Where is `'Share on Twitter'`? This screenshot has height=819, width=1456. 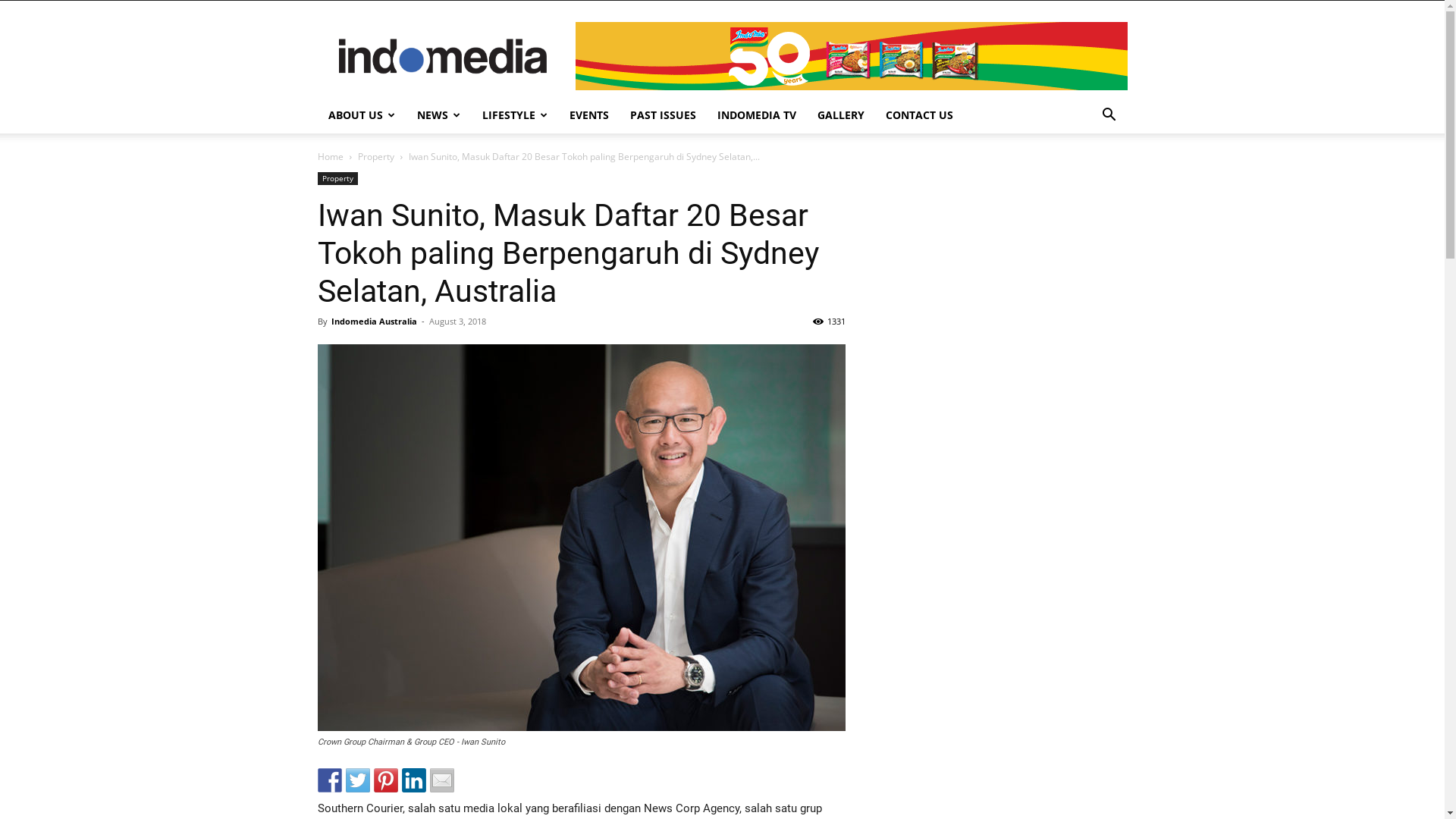
'Share on Twitter' is located at coordinates (356, 780).